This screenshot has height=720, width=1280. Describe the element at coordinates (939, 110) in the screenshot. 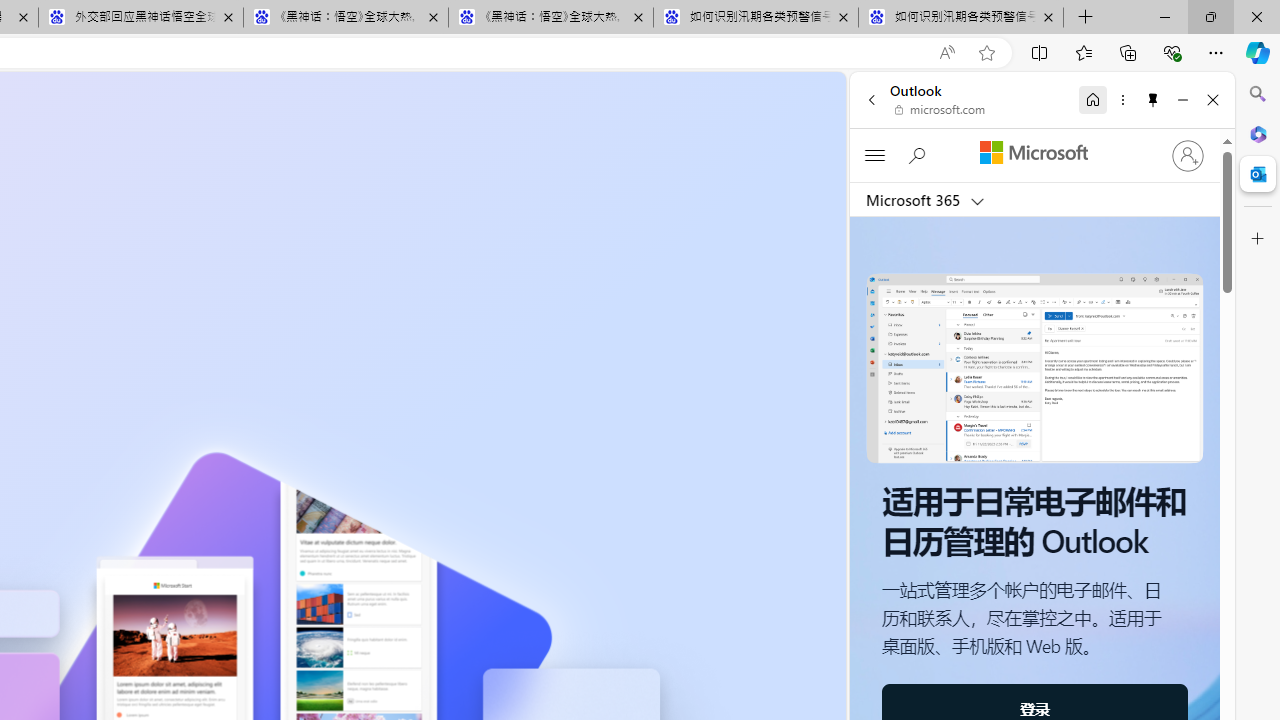

I see `'microsoft.com'` at that location.